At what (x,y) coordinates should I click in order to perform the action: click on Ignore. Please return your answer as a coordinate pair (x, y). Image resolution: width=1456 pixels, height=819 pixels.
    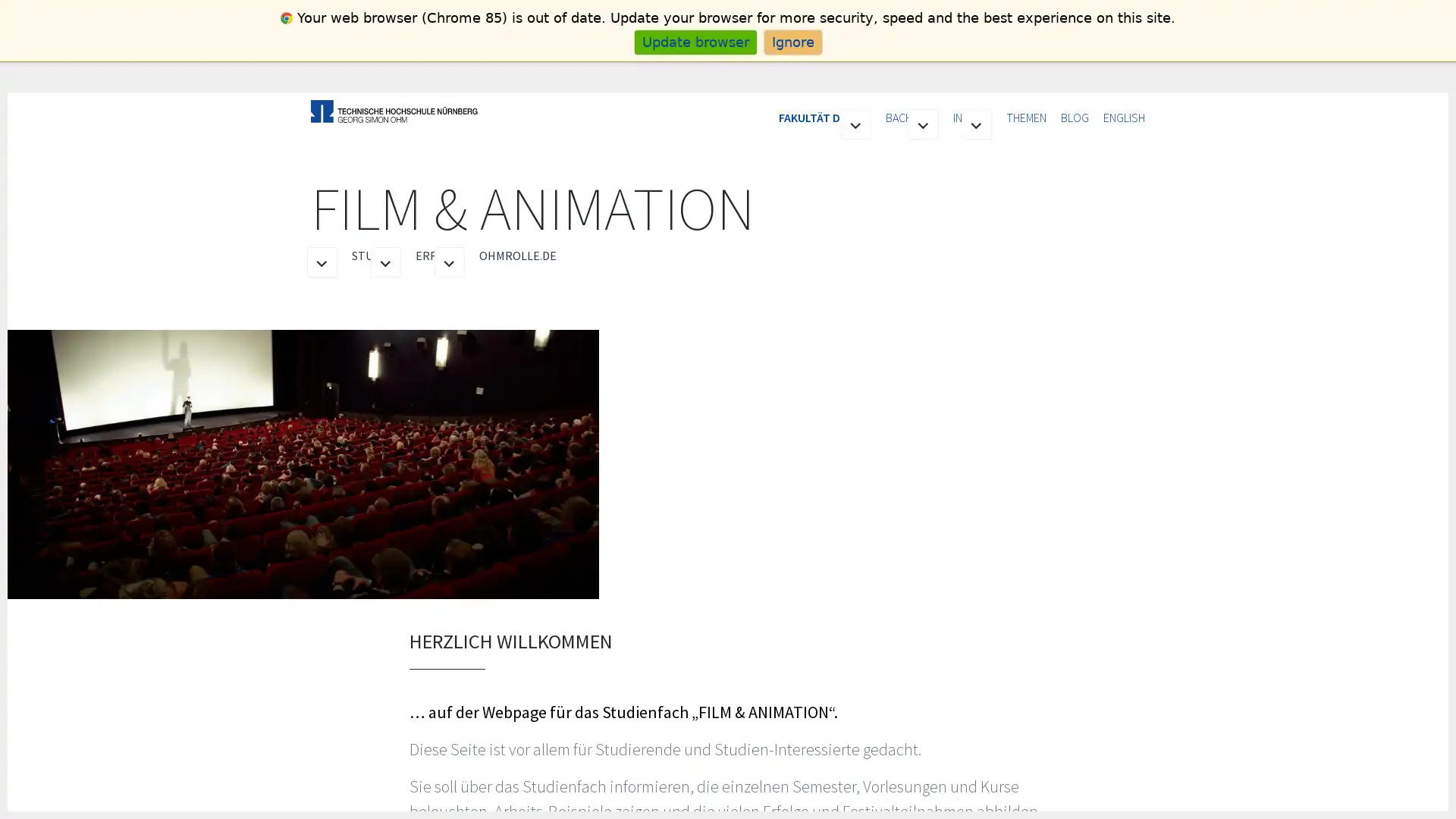
    Looking at the image, I should click on (792, 41).